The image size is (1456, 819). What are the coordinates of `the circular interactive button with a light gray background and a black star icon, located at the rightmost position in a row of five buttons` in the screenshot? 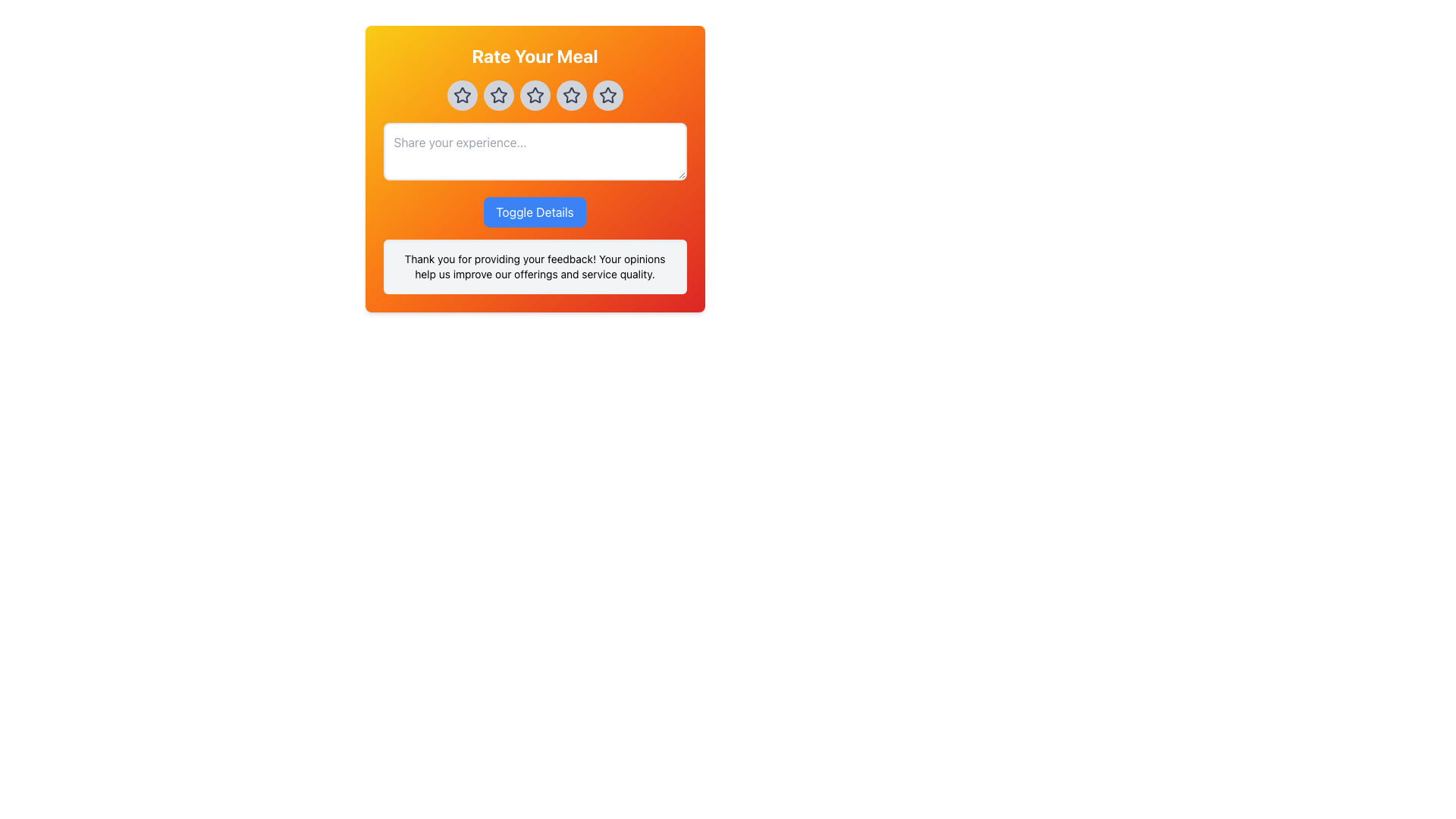 It's located at (607, 96).